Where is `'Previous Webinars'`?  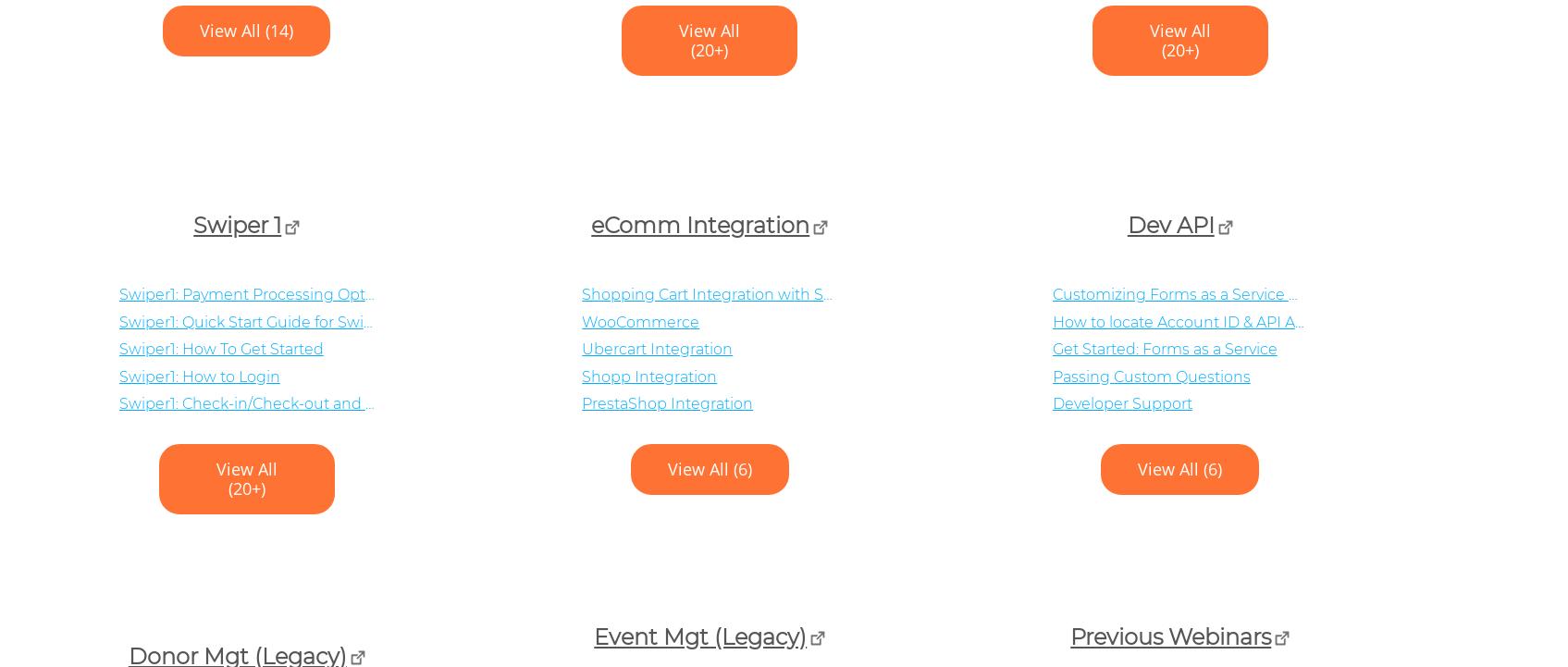 'Previous Webinars' is located at coordinates (1169, 635).